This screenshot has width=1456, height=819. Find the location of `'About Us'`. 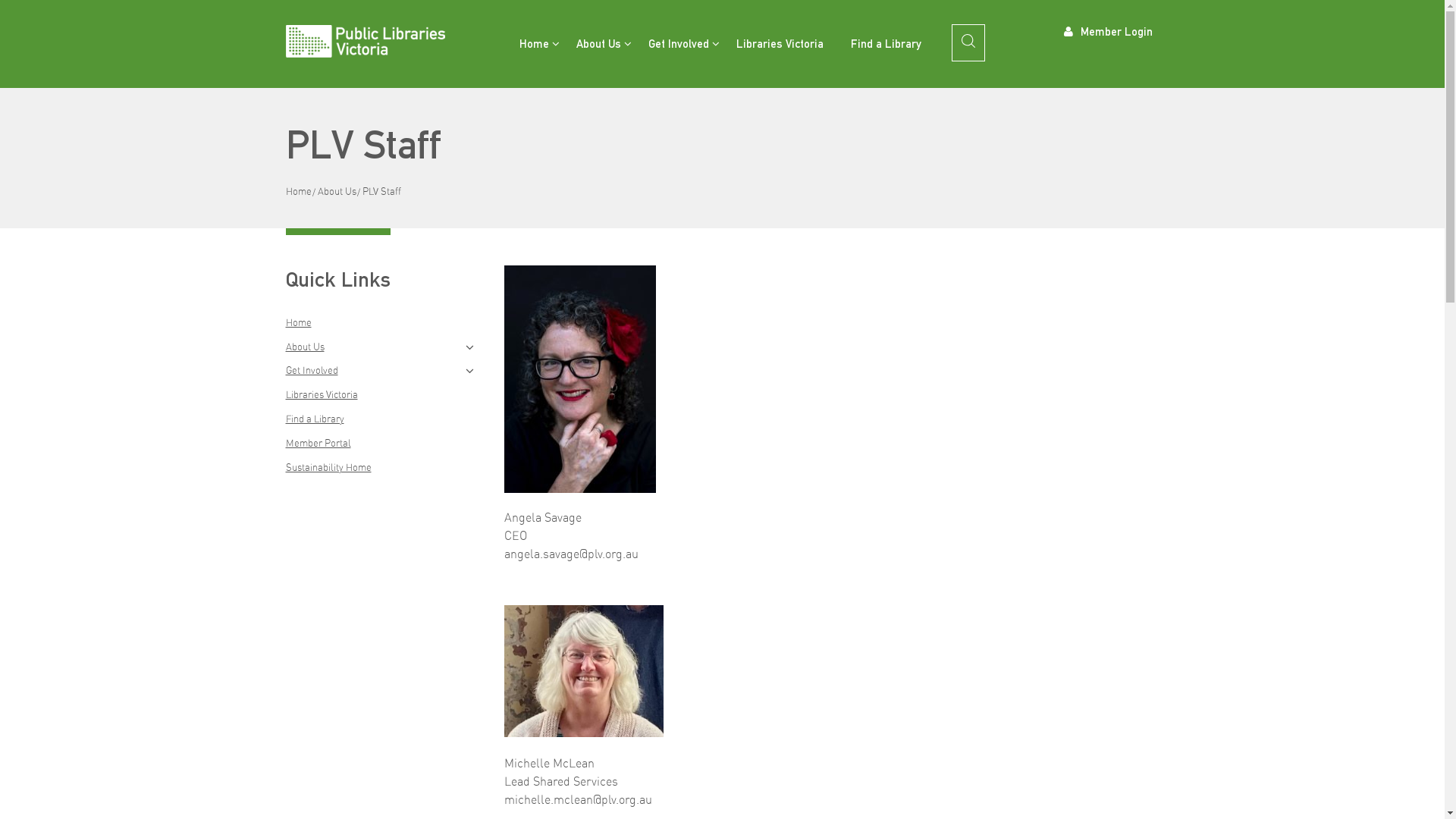

'About Us' is located at coordinates (335, 190).